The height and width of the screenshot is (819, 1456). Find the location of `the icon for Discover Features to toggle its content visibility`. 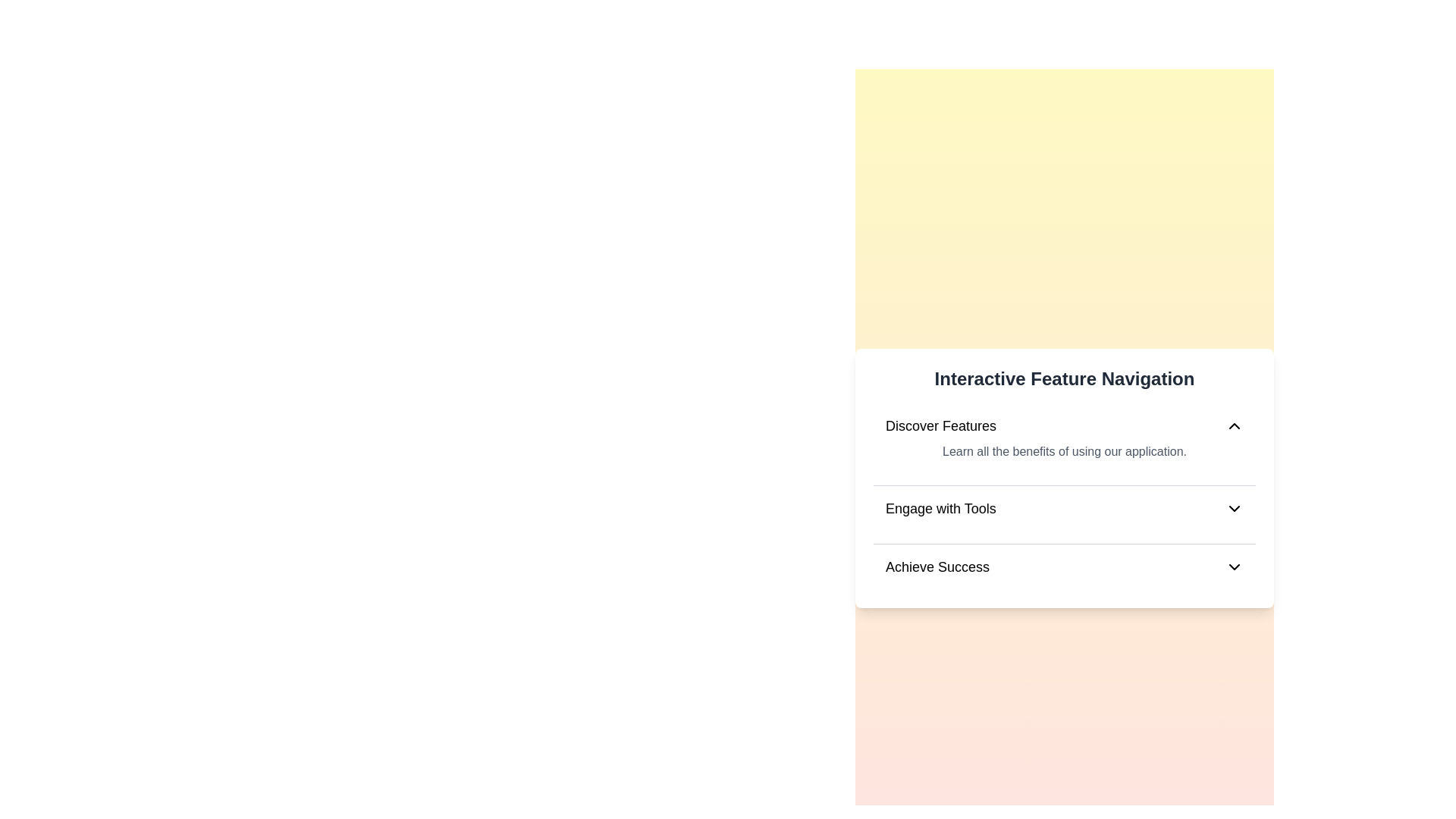

the icon for Discover Features to toggle its content visibility is located at coordinates (1234, 426).